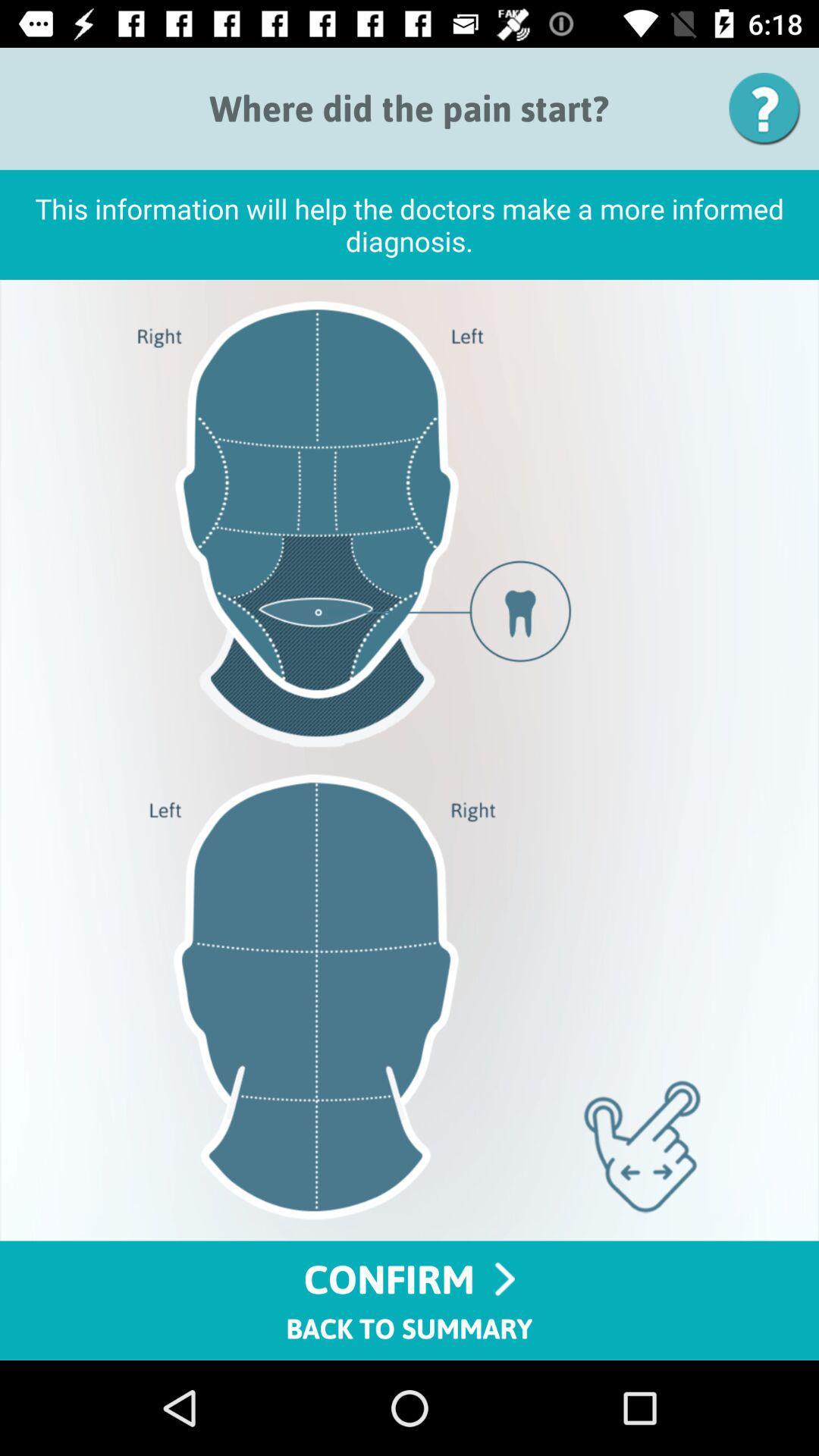 The width and height of the screenshot is (819, 1456). Describe the element at coordinates (770, 108) in the screenshot. I see `the help icon` at that location.